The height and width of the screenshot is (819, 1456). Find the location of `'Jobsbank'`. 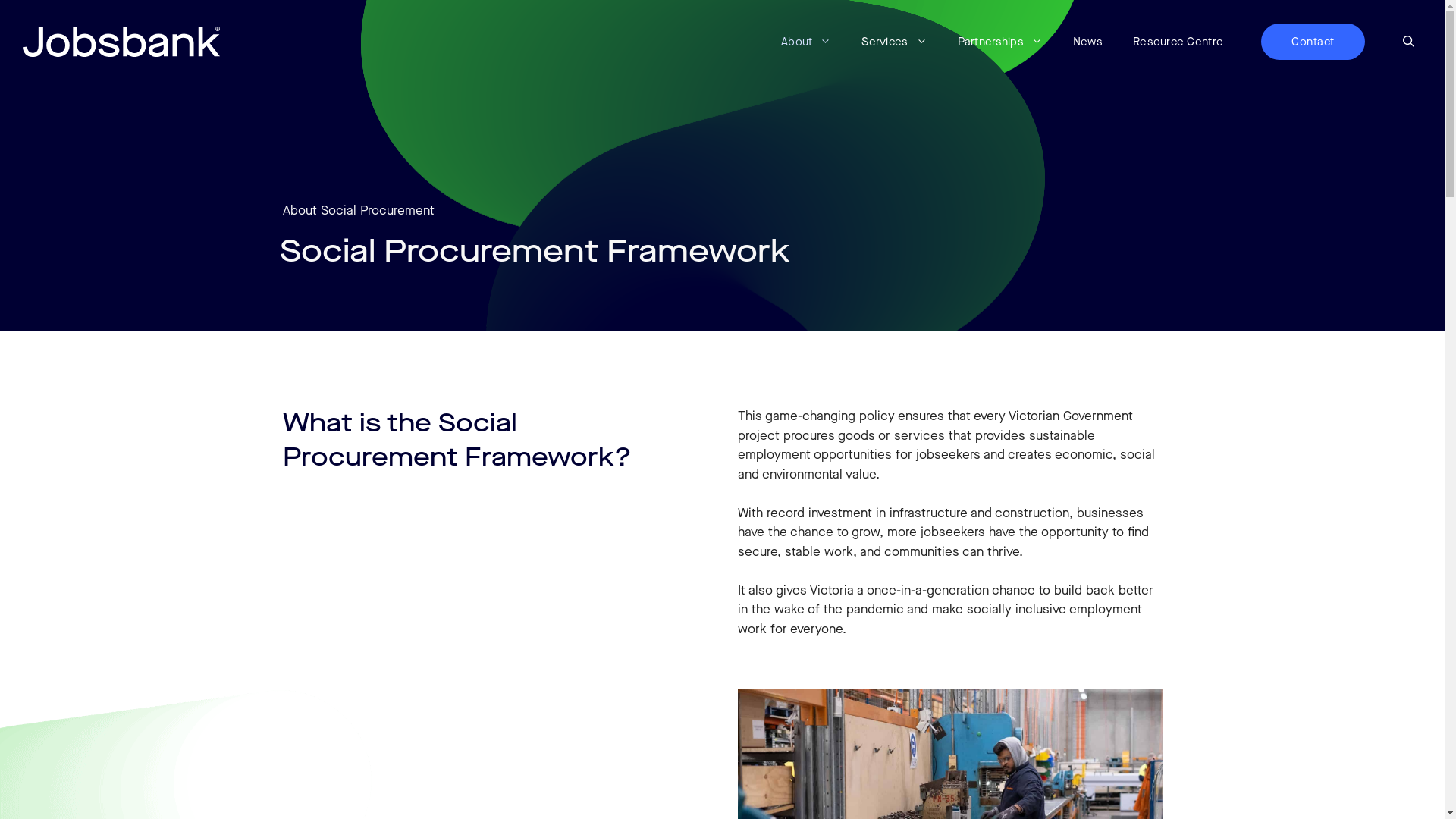

'Jobsbank' is located at coordinates (22, 40).